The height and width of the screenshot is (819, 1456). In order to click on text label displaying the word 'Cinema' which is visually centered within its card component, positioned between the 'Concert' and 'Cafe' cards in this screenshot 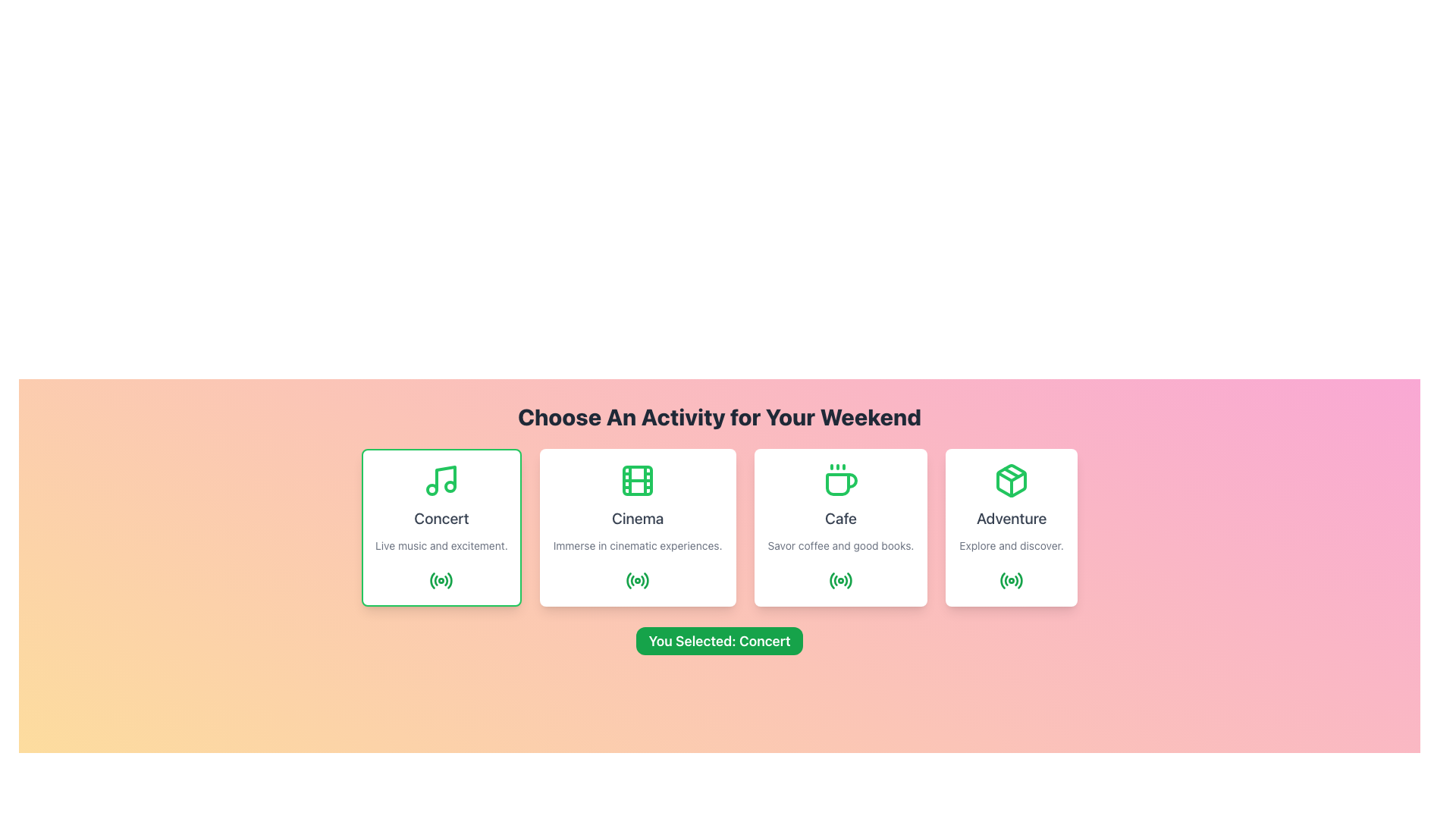, I will do `click(638, 517)`.